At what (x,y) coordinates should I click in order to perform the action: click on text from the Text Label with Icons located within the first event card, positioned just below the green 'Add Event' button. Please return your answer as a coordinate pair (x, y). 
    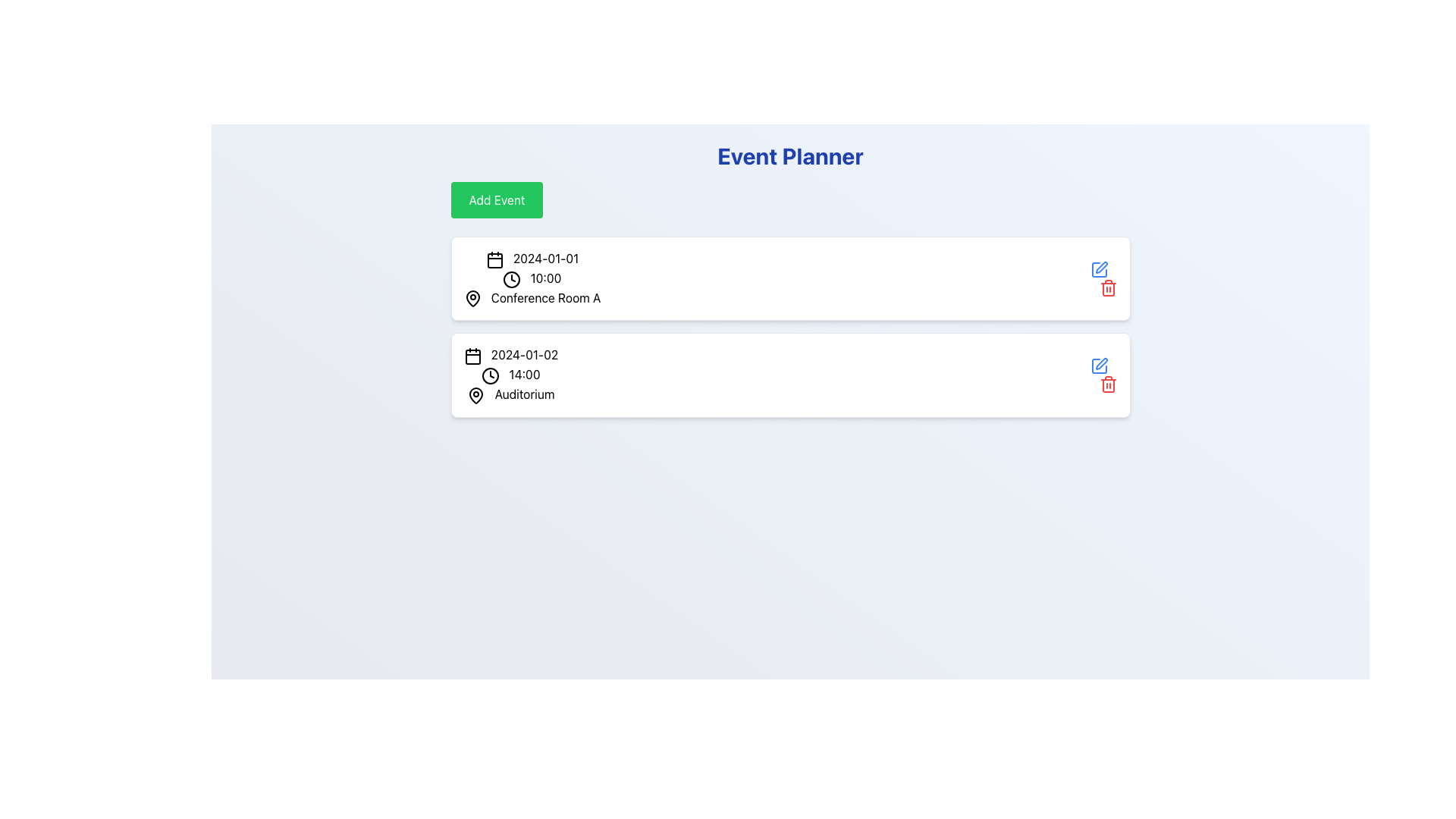
    Looking at the image, I should click on (532, 278).